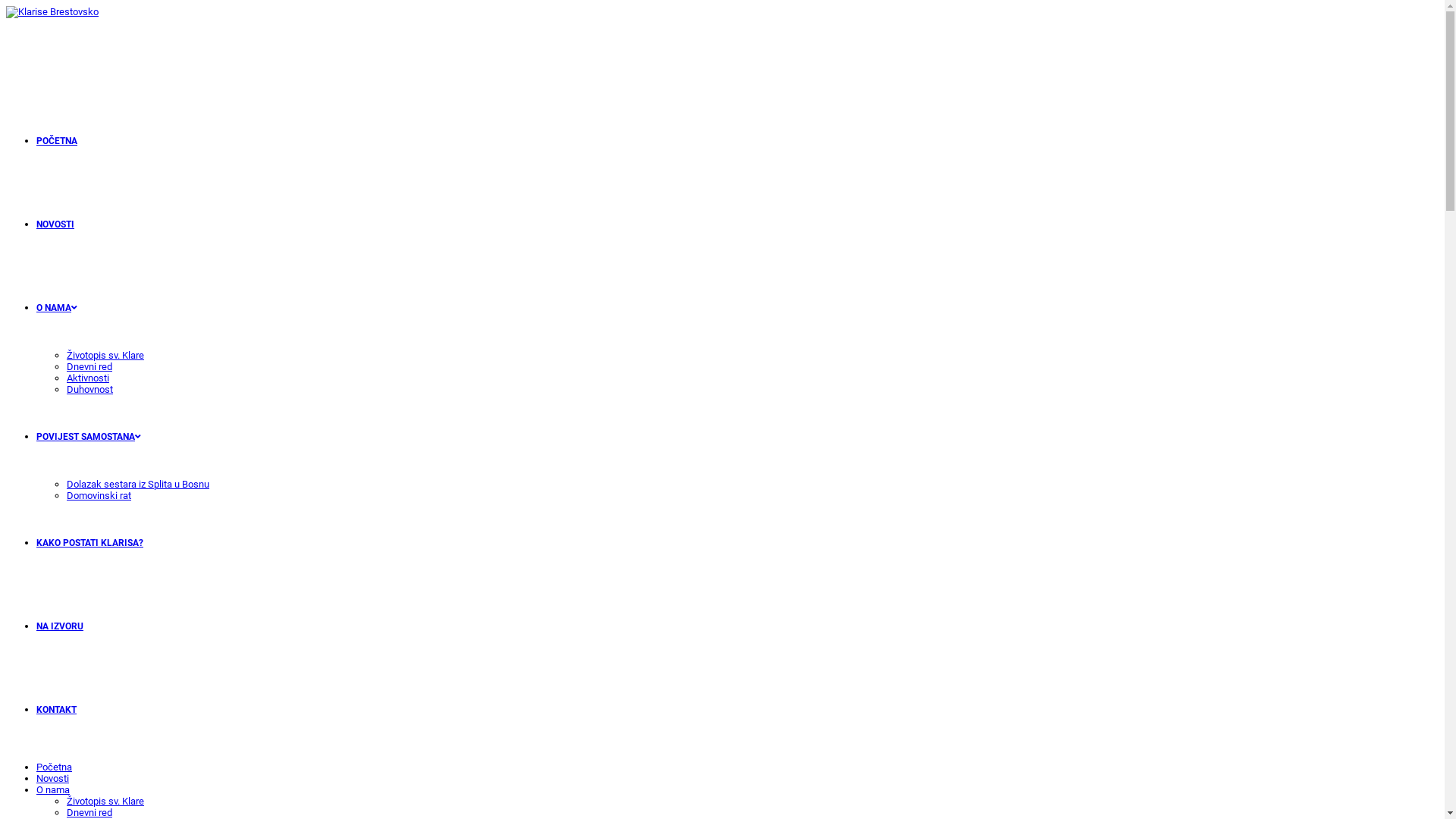 The width and height of the screenshot is (1456, 819). I want to click on 'Aktivnosti', so click(86, 377).